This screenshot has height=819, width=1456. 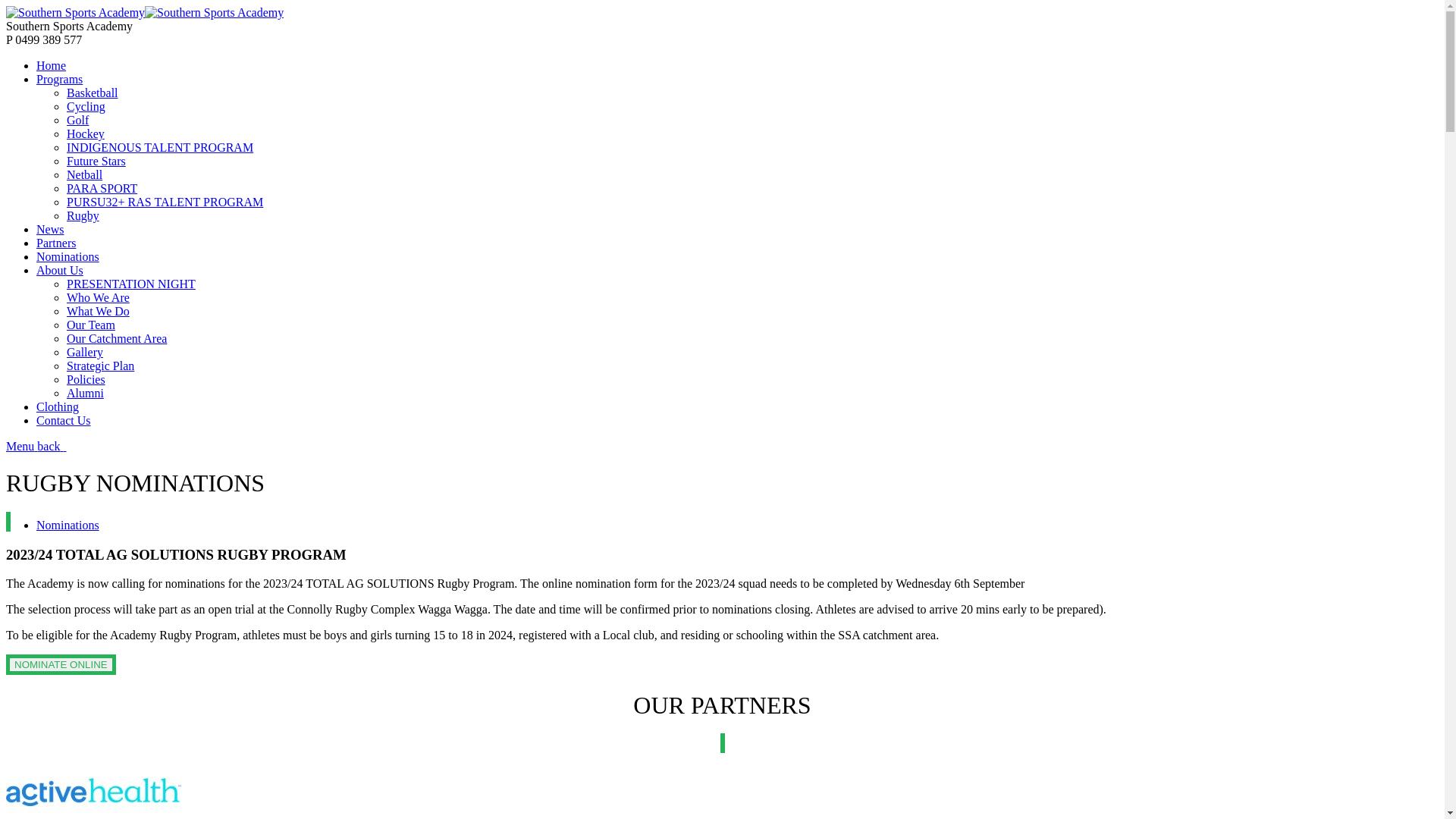 What do you see at coordinates (65, 215) in the screenshot?
I see `'Rugby'` at bounding box center [65, 215].